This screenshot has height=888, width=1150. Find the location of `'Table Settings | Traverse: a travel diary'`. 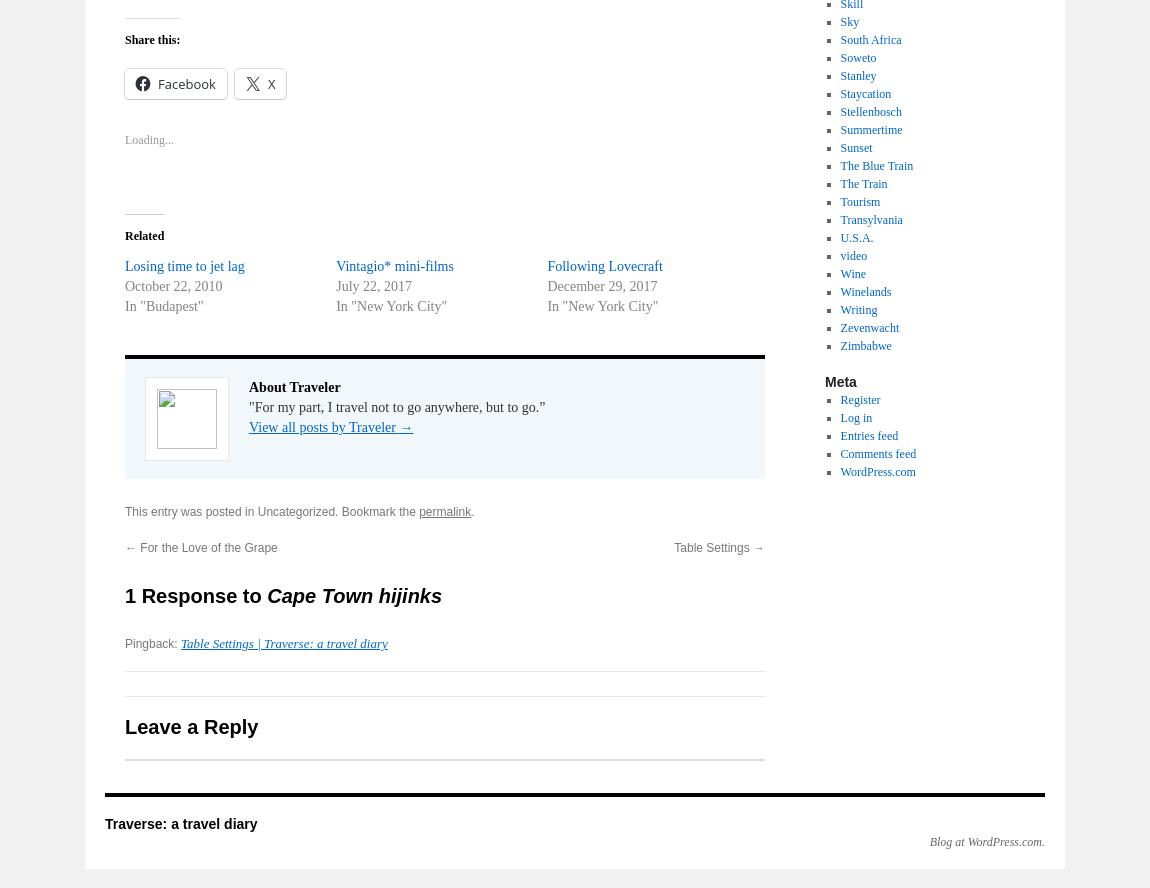

'Table Settings | Traverse: a travel diary' is located at coordinates (180, 642).